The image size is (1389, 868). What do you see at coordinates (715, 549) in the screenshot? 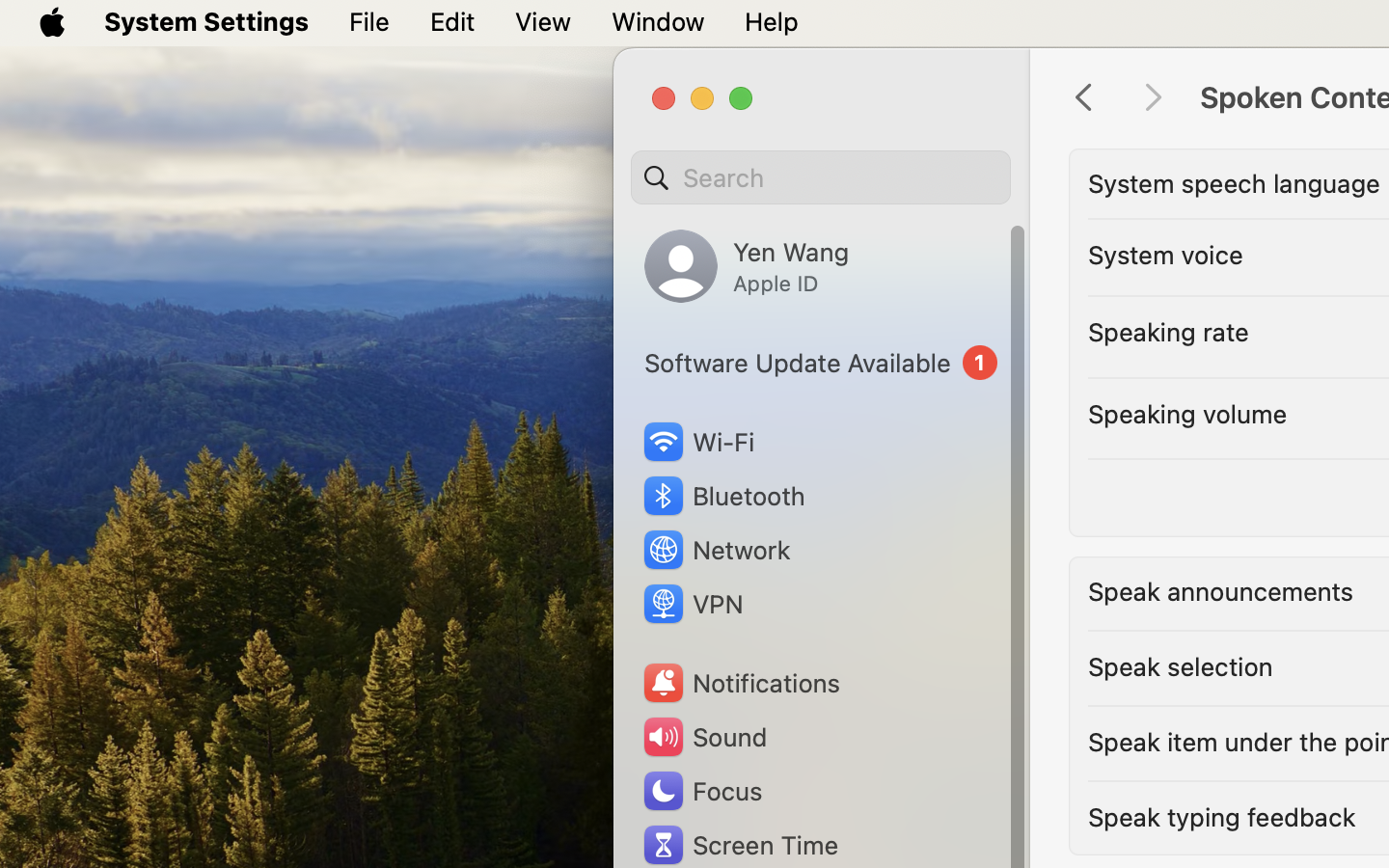
I see `'Network'` at bounding box center [715, 549].